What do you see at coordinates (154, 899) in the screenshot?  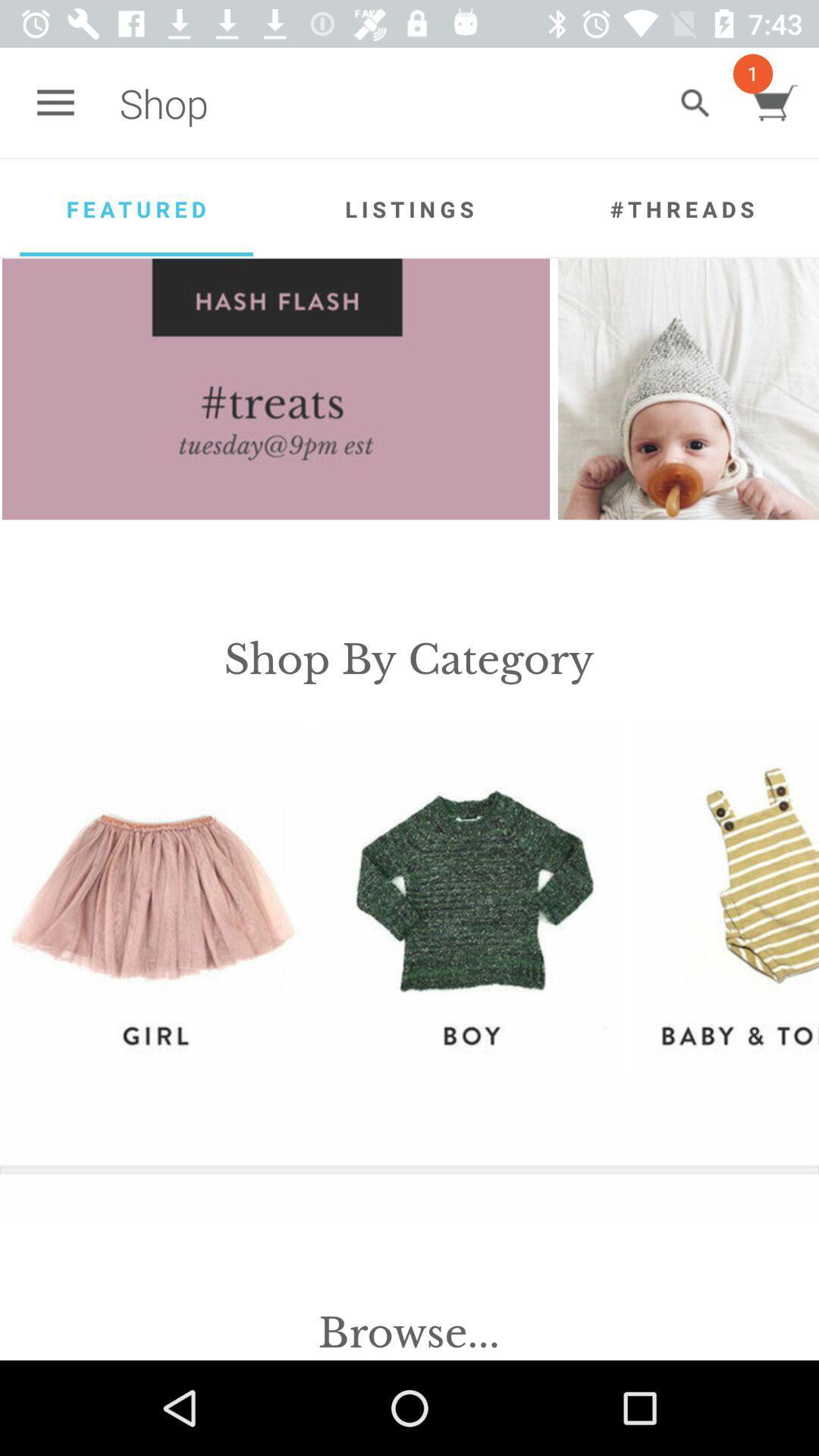 I see `girl section` at bounding box center [154, 899].